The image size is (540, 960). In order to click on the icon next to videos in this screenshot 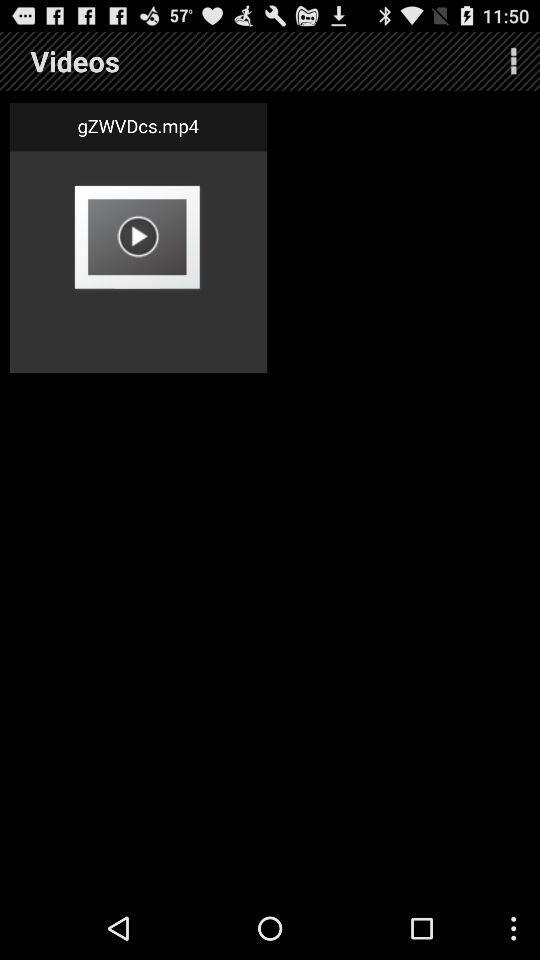, I will do `click(513, 61)`.